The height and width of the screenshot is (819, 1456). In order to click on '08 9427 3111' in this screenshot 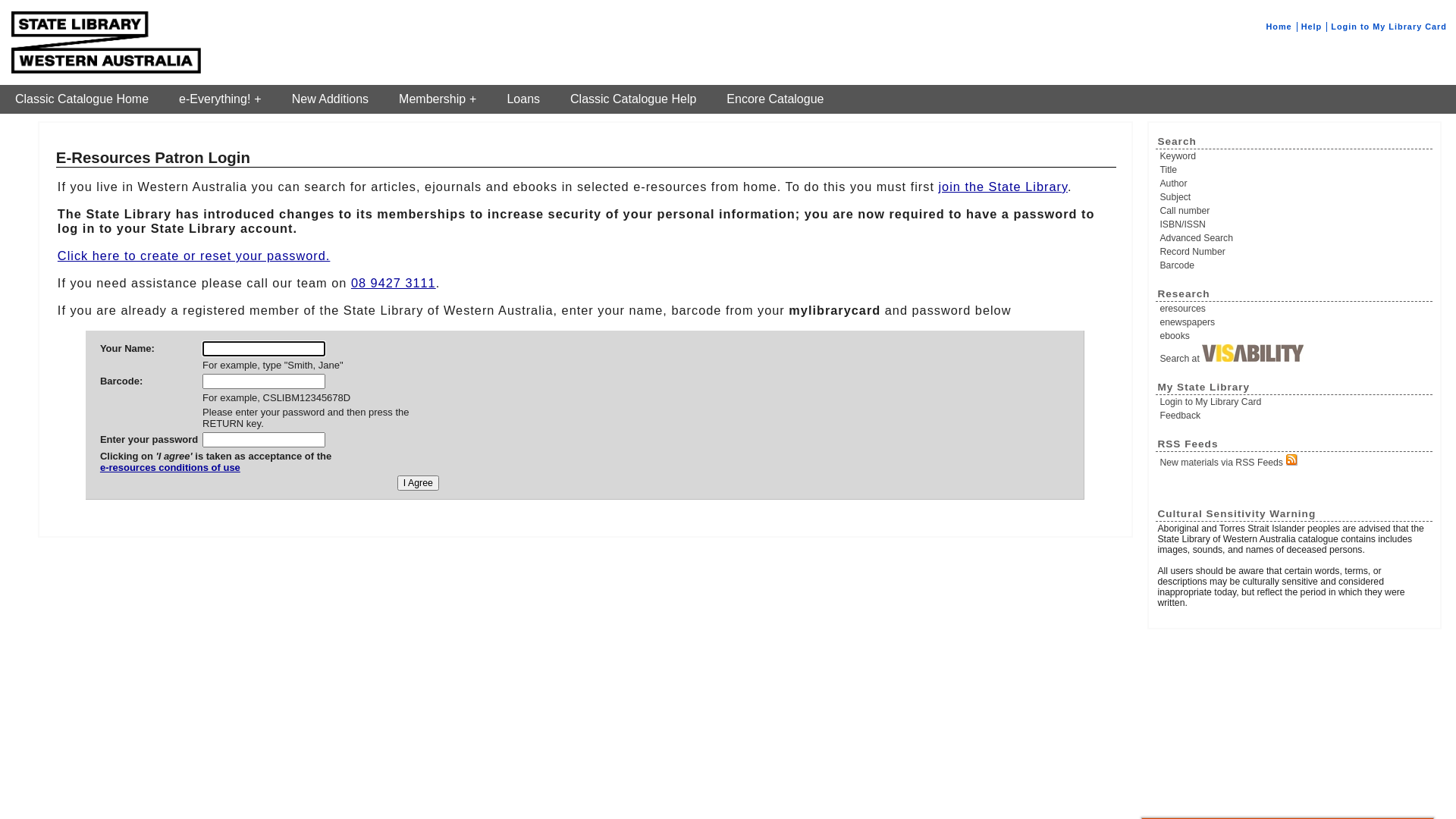, I will do `click(393, 283)`.